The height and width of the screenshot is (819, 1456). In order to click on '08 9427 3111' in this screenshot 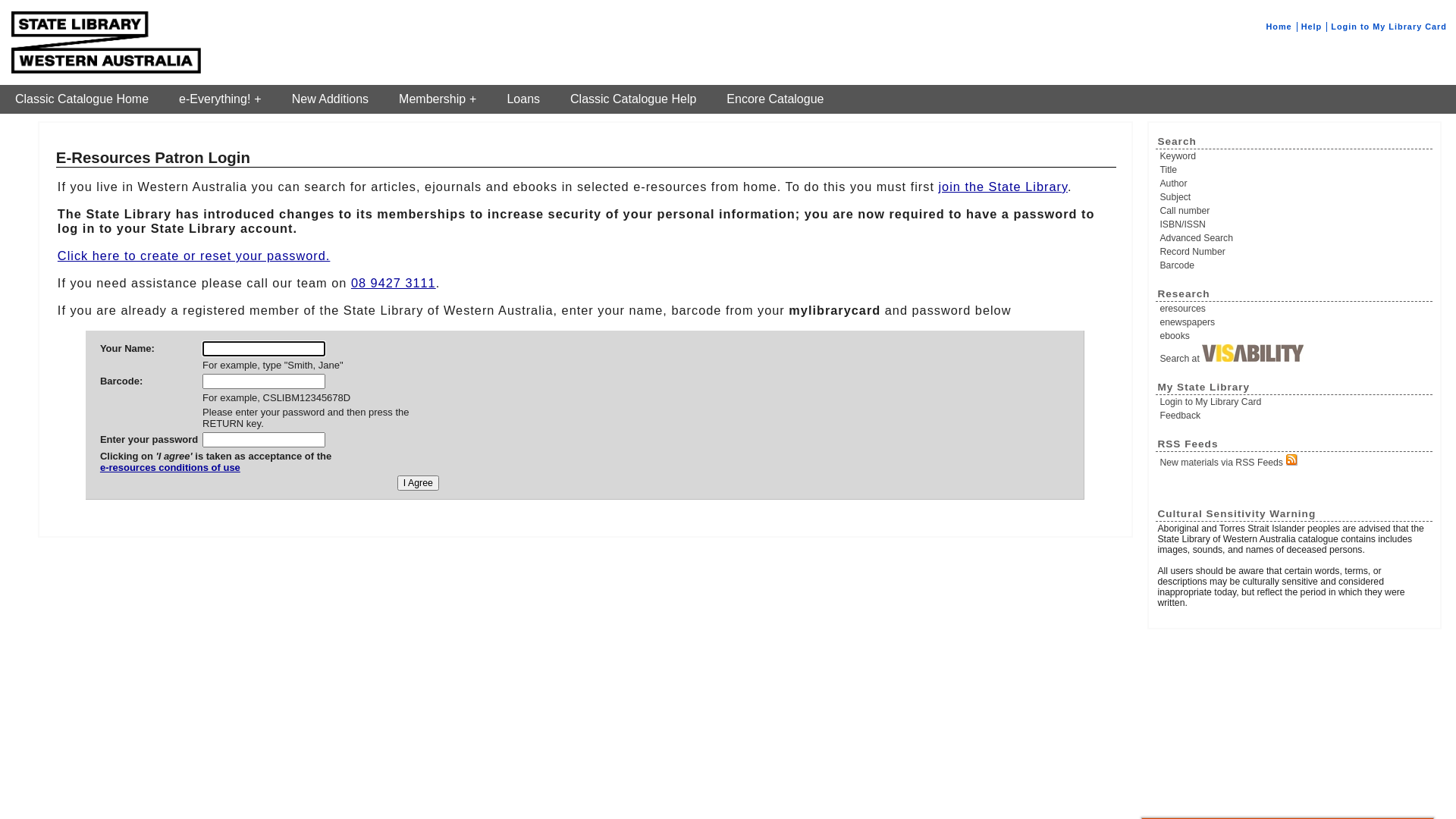, I will do `click(393, 283)`.